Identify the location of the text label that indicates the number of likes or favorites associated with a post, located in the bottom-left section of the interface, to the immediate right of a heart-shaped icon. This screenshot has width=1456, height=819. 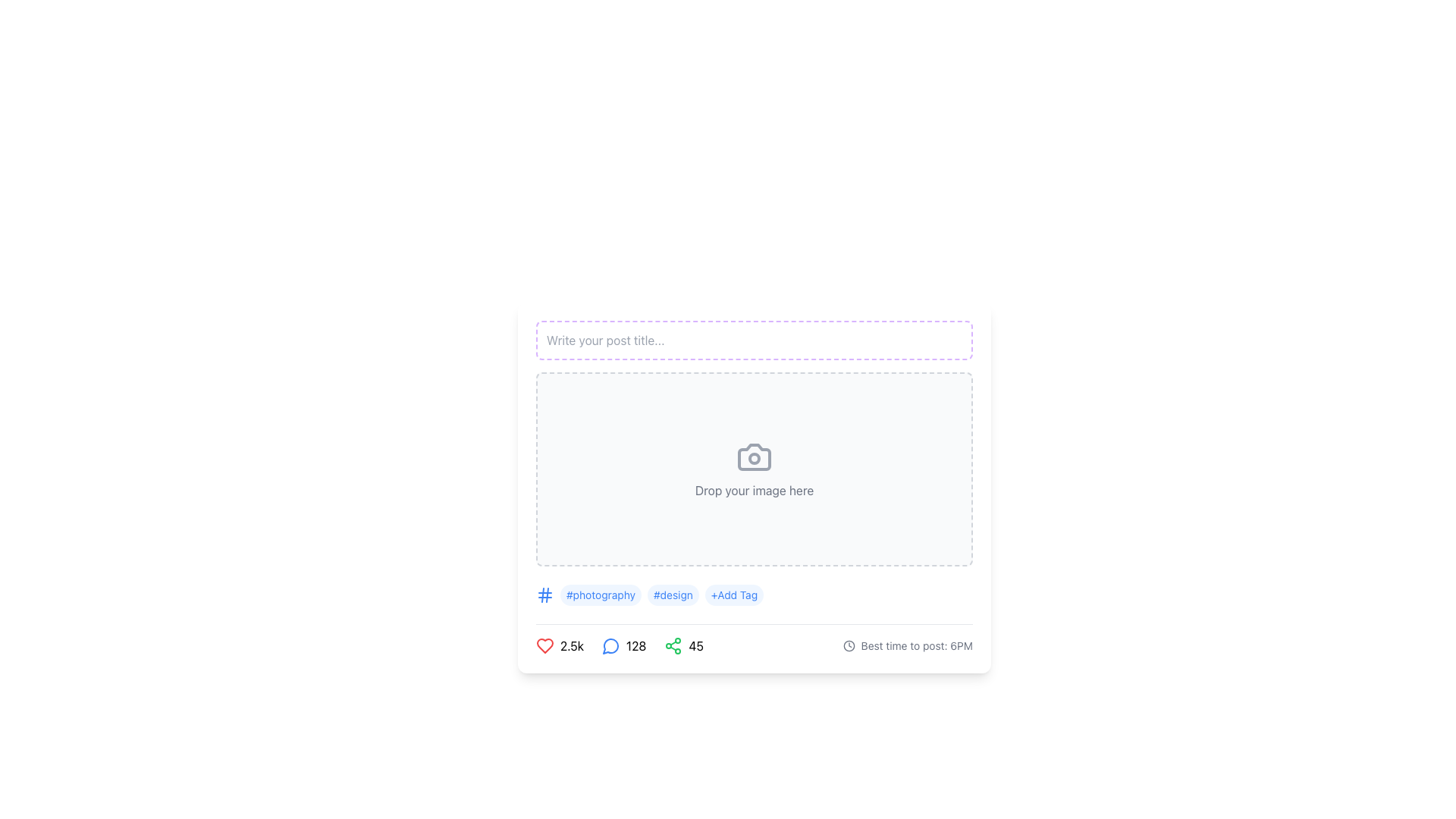
(571, 646).